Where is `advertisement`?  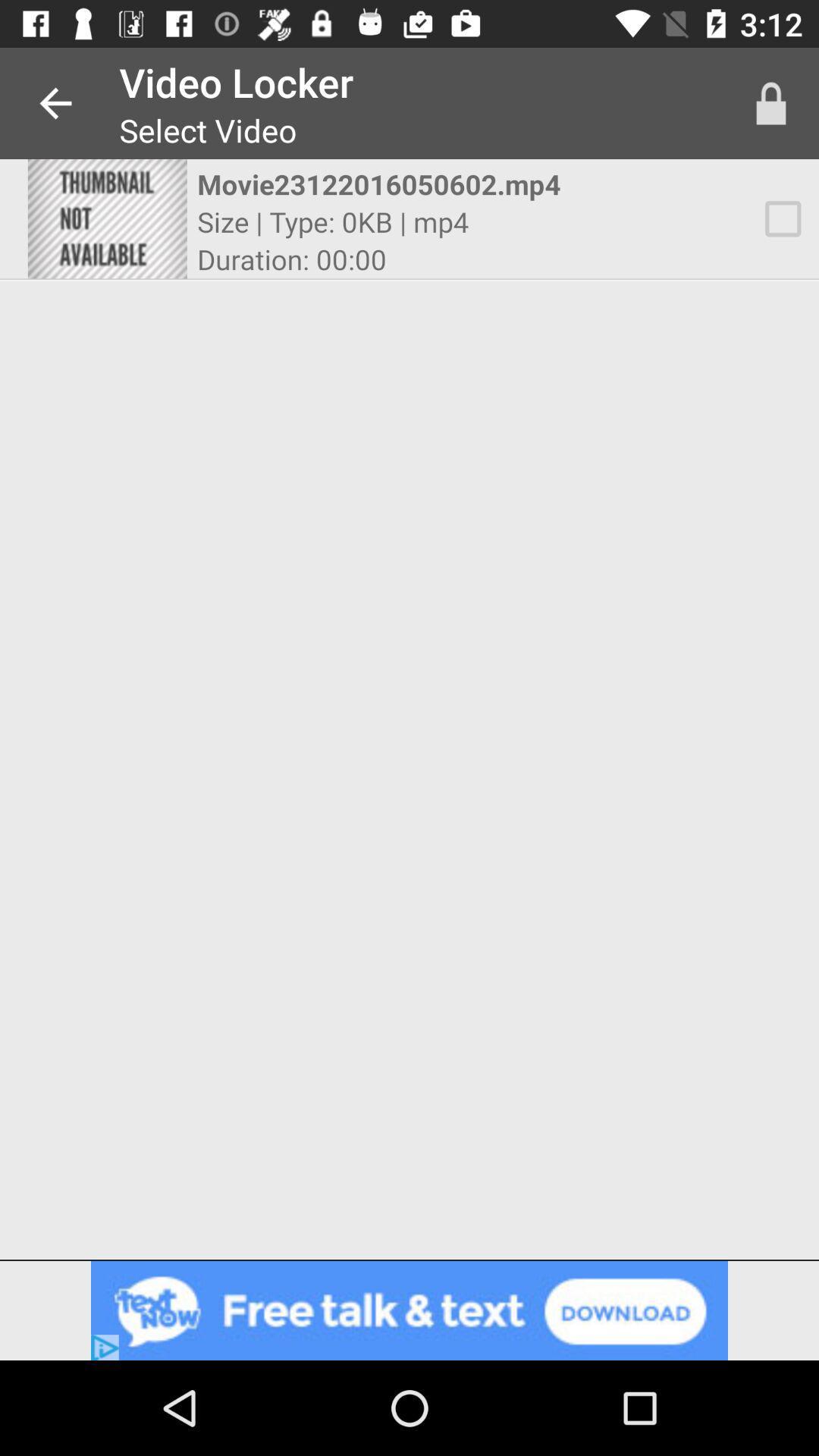
advertisement is located at coordinates (409, 1310).